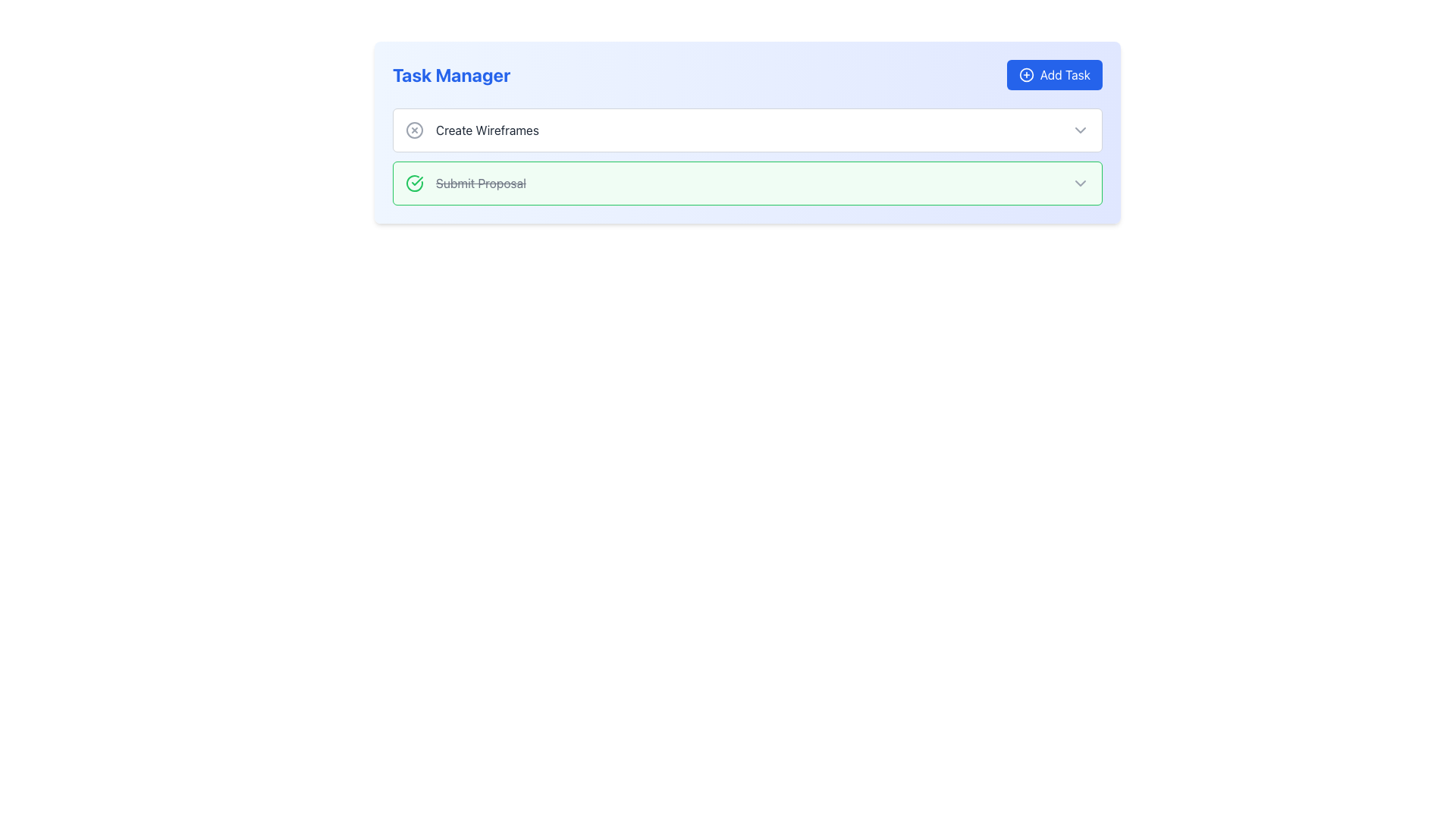 The height and width of the screenshot is (819, 1456). Describe the element at coordinates (415, 183) in the screenshot. I see `the status or completion indicator icon located next to the 'Submit Proposal' task in the 'Task Manager' section` at that location.